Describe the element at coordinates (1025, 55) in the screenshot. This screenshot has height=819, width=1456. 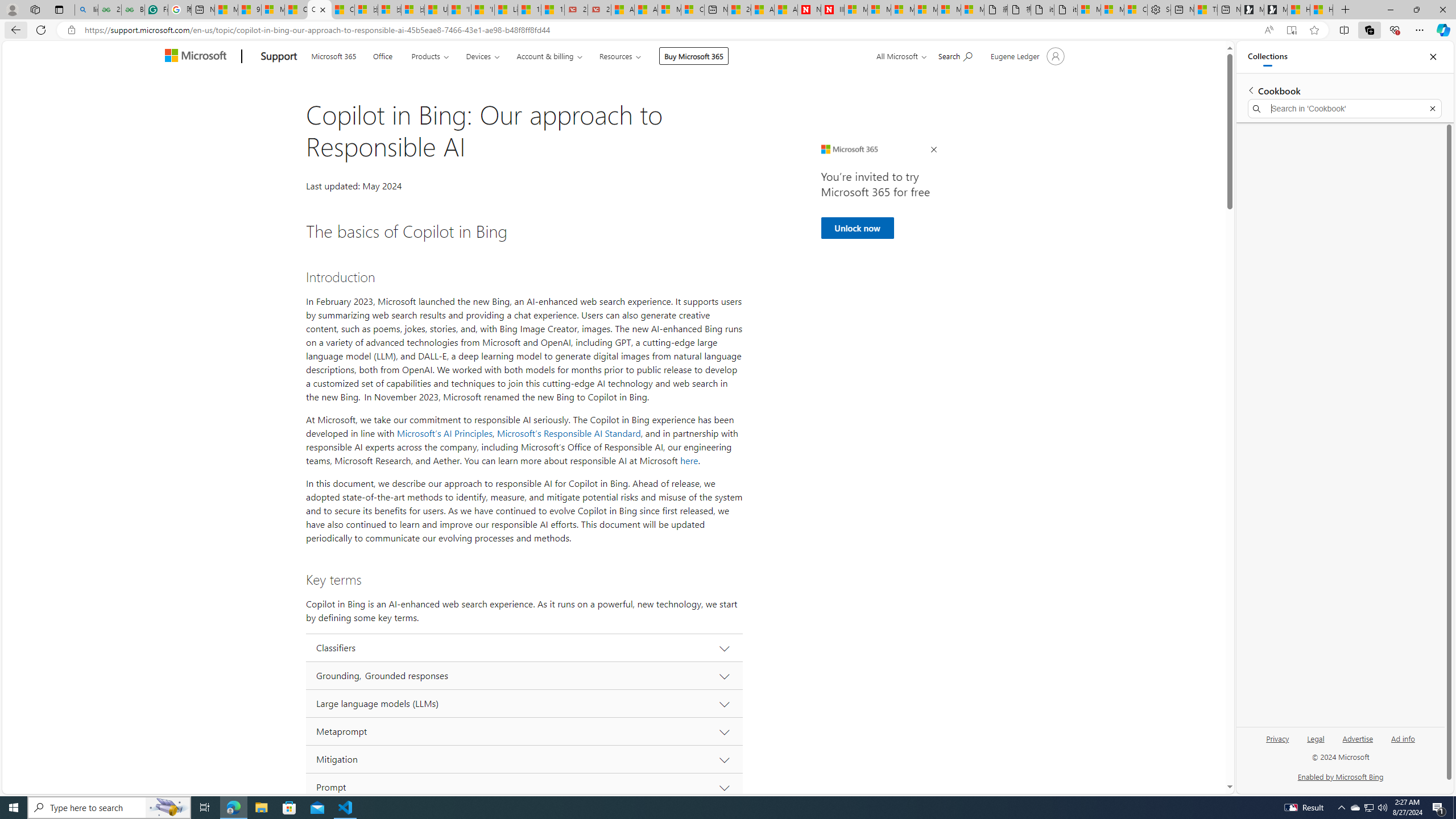
I see `'Account manager for Eugene Ledger'` at that location.